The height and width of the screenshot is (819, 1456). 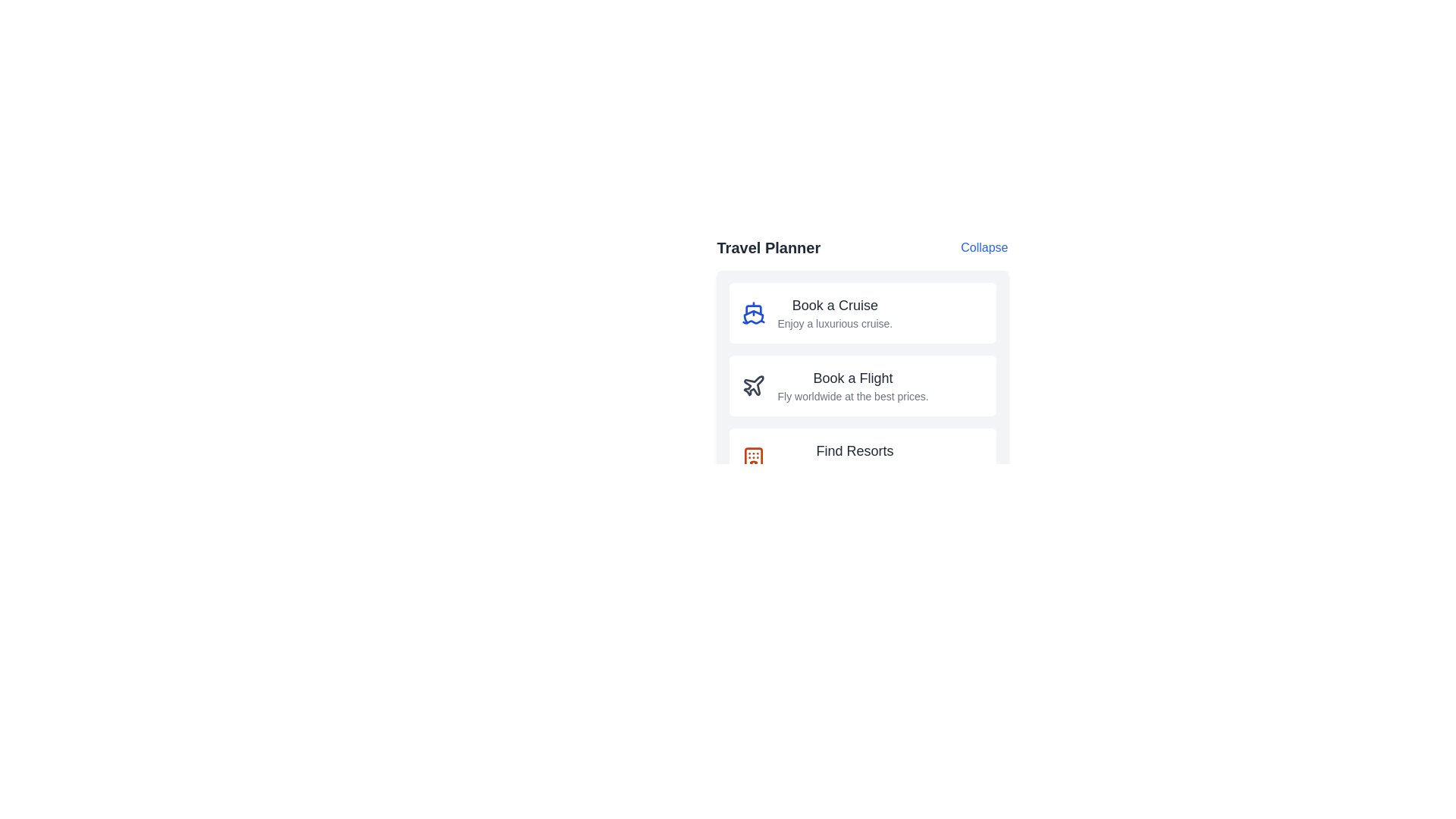 What do you see at coordinates (862, 385) in the screenshot?
I see `the second card in the Travel Planner section` at bounding box center [862, 385].